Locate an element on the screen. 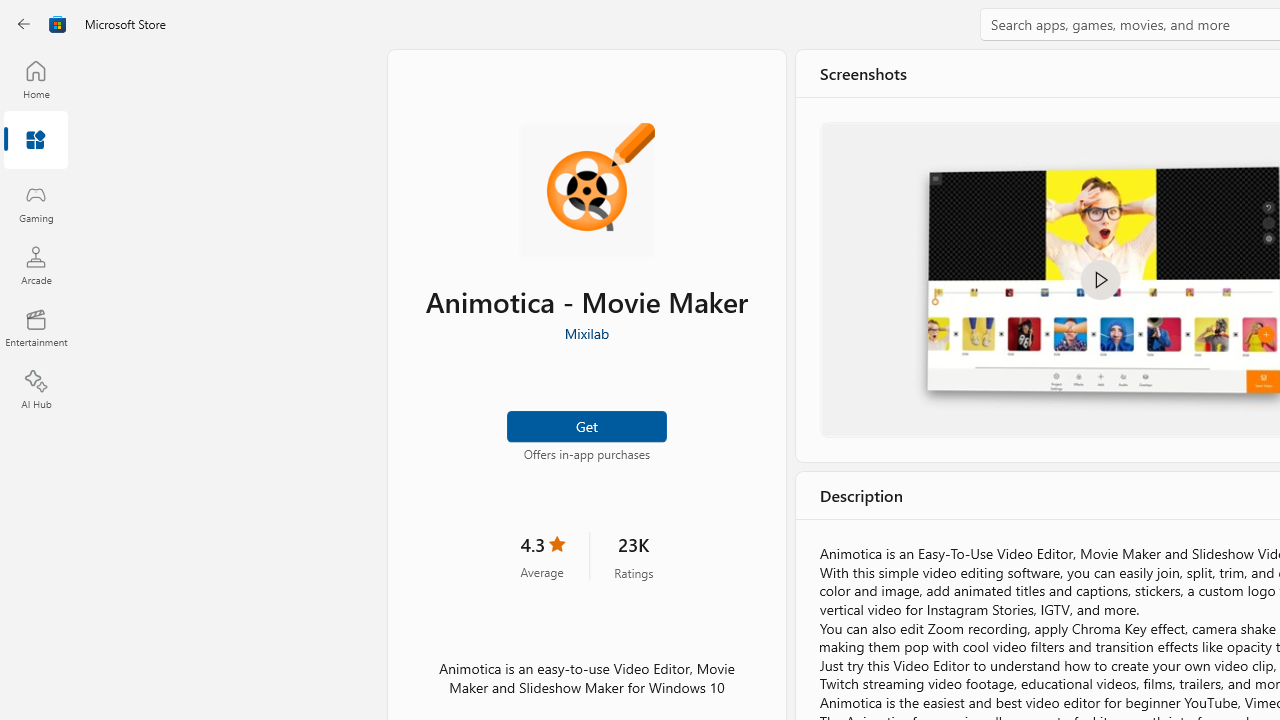 The image size is (1280, 720). 'Entertainment' is located at coordinates (35, 326).